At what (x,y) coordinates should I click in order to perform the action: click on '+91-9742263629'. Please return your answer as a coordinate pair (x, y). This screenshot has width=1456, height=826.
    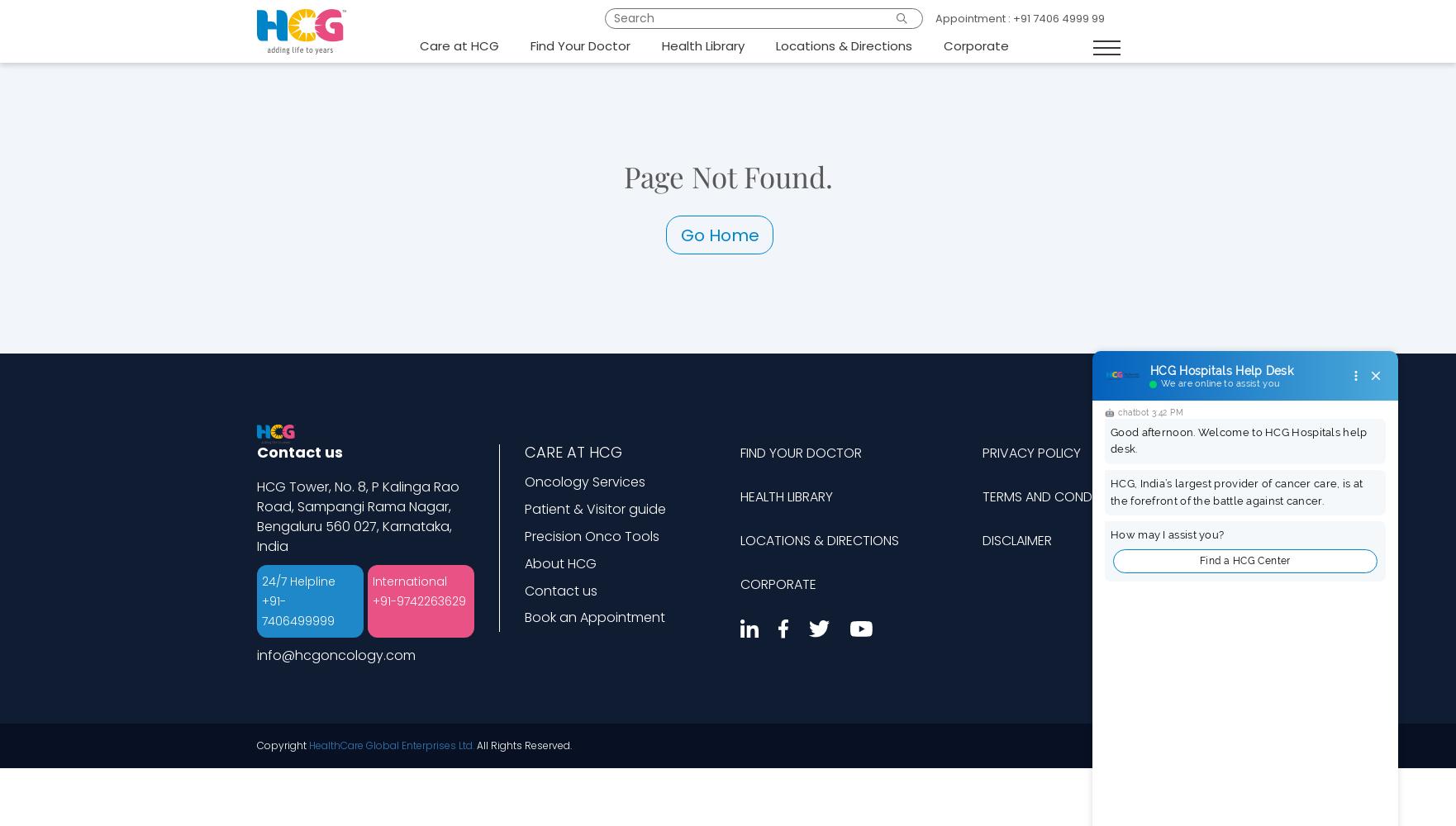
    Looking at the image, I should click on (417, 601).